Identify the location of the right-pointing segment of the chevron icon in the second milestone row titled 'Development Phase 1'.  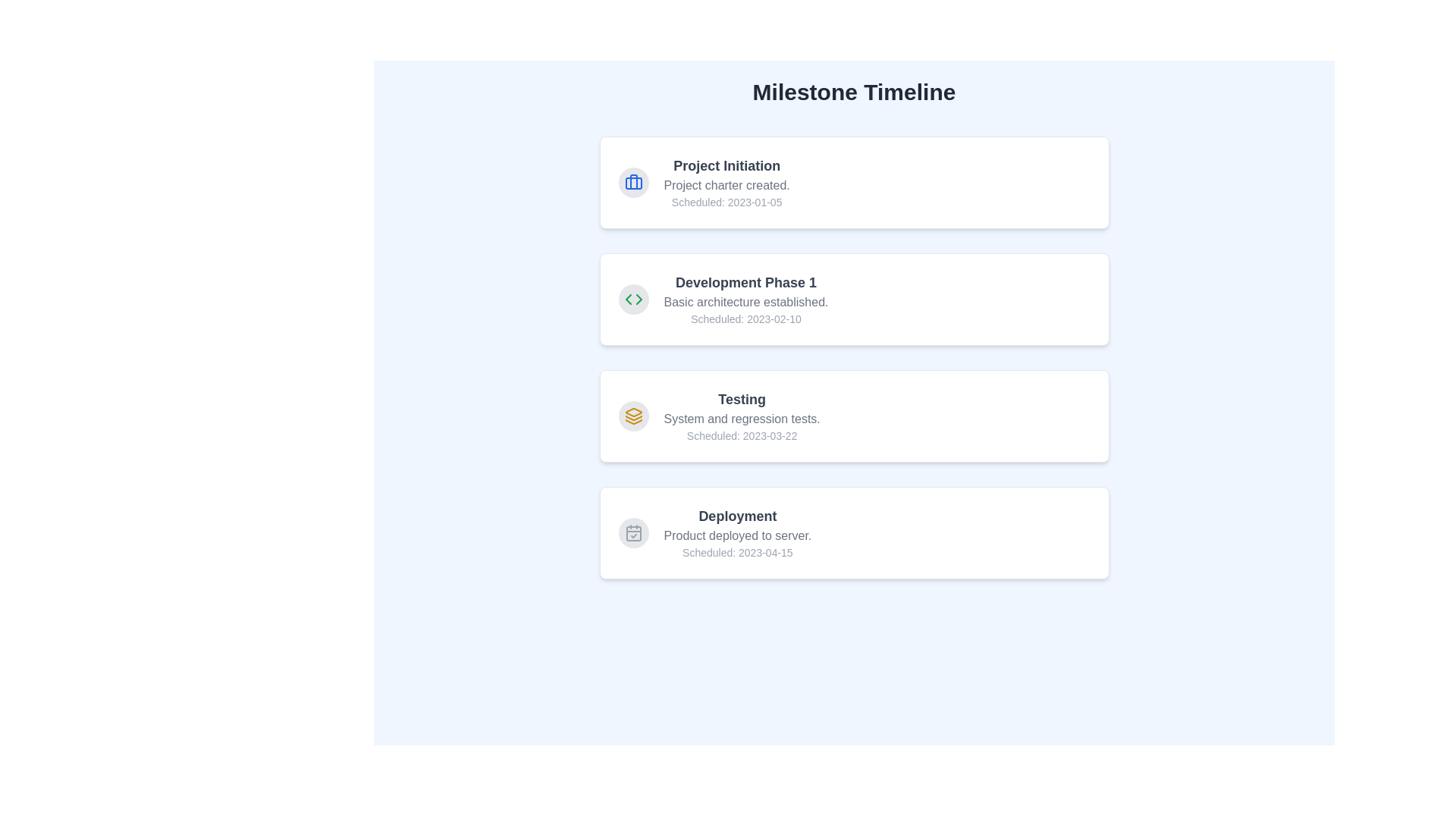
(639, 299).